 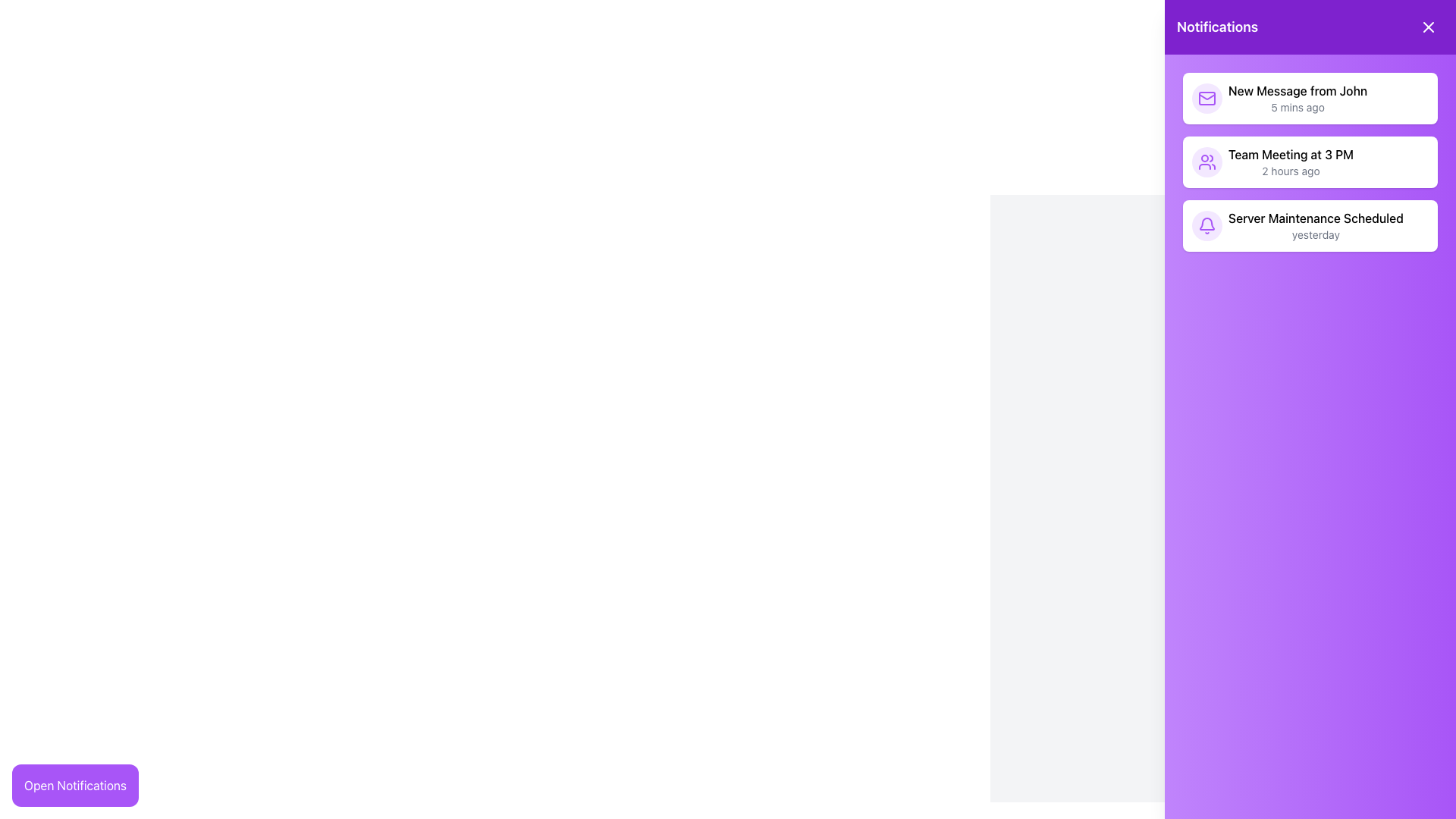 I want to click on the icon representing a team meeting located to the left of the 'Team Meeting at 3 PM' notification in the middle segment of the vertically stacked notification list, so click(x=1207, y=162).